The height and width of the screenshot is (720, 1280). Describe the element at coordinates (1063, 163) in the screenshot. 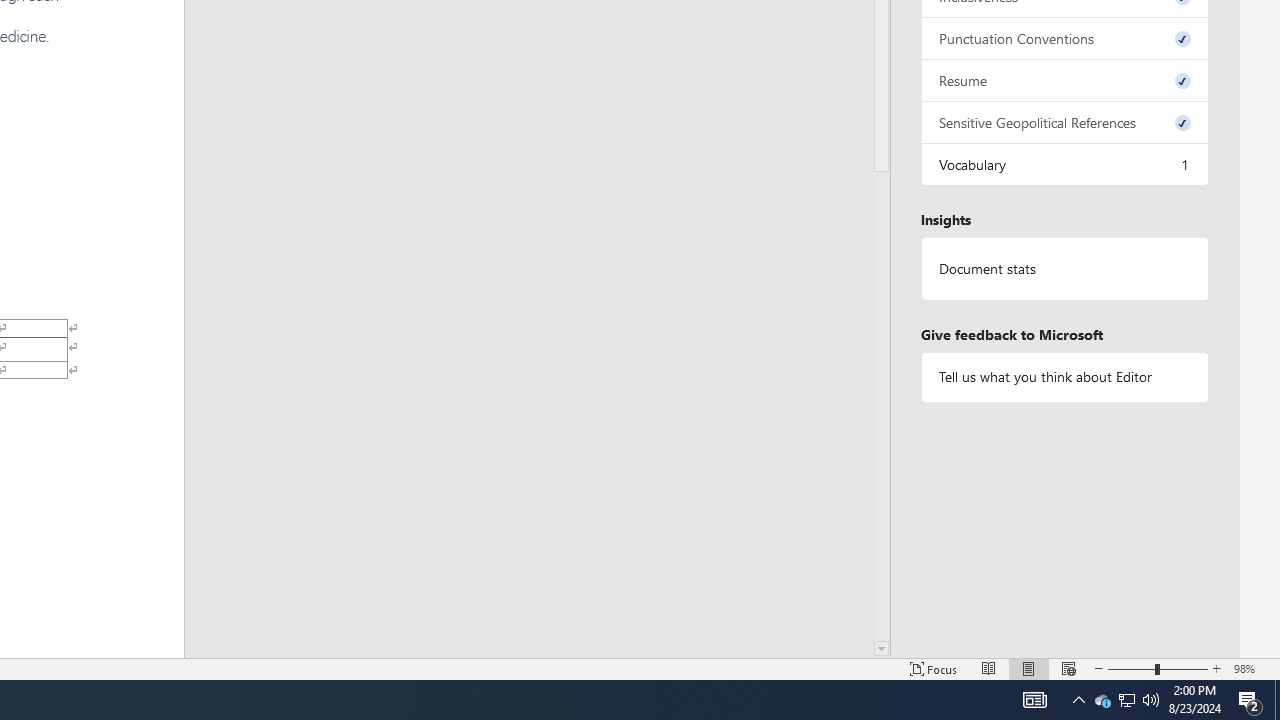

I see `'Vocabulary, 1 issue. Press space or enter to review items.'` at that location.